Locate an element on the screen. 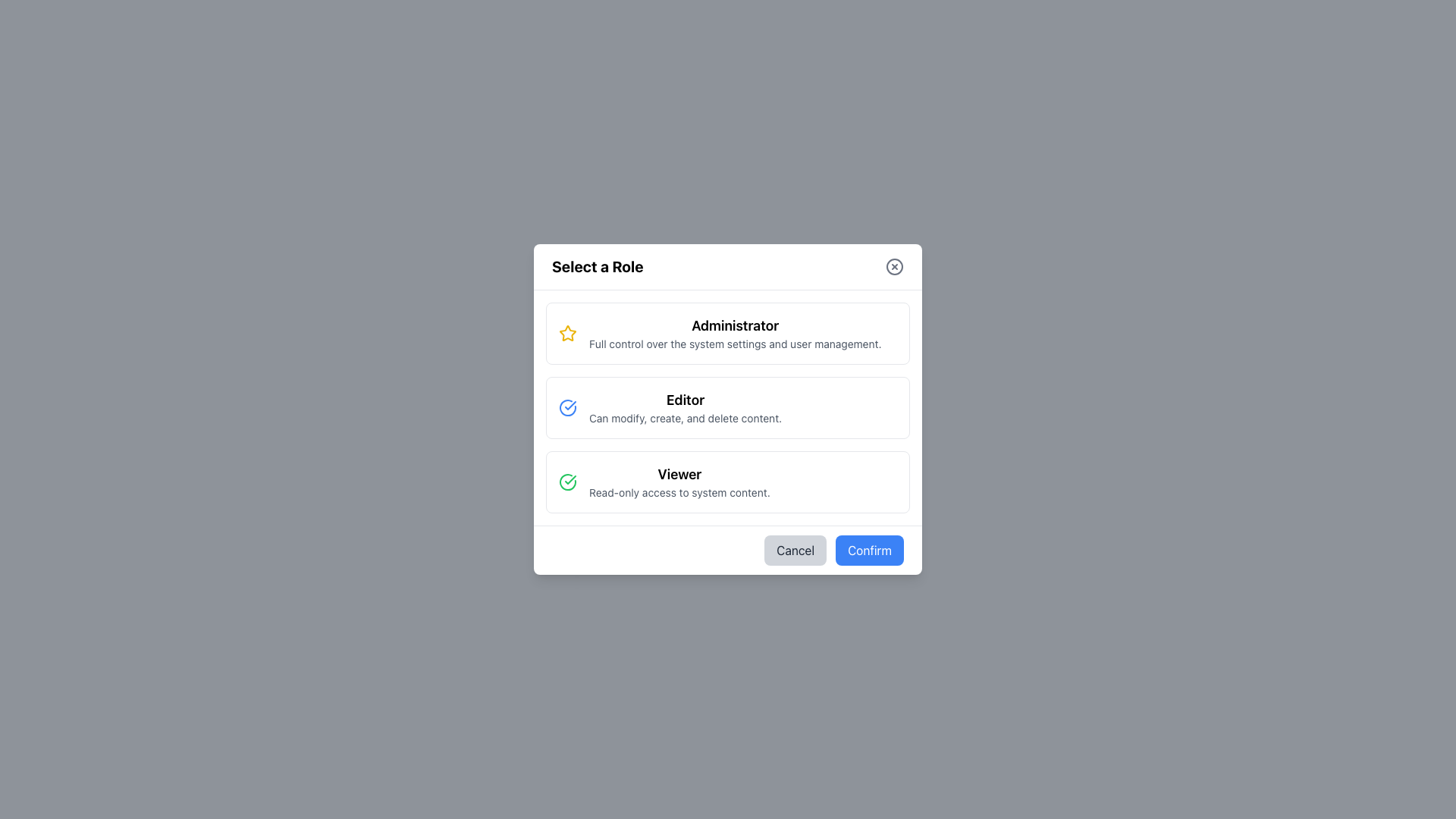 This screenshot has width=1456, height=819. the 'Viewer' role option in the 'Select a Role' modal, which is the third choice in a vertical list and positioned above the 'Cancel' and 'Confirm' buttons is located at coordinates (679, 482).